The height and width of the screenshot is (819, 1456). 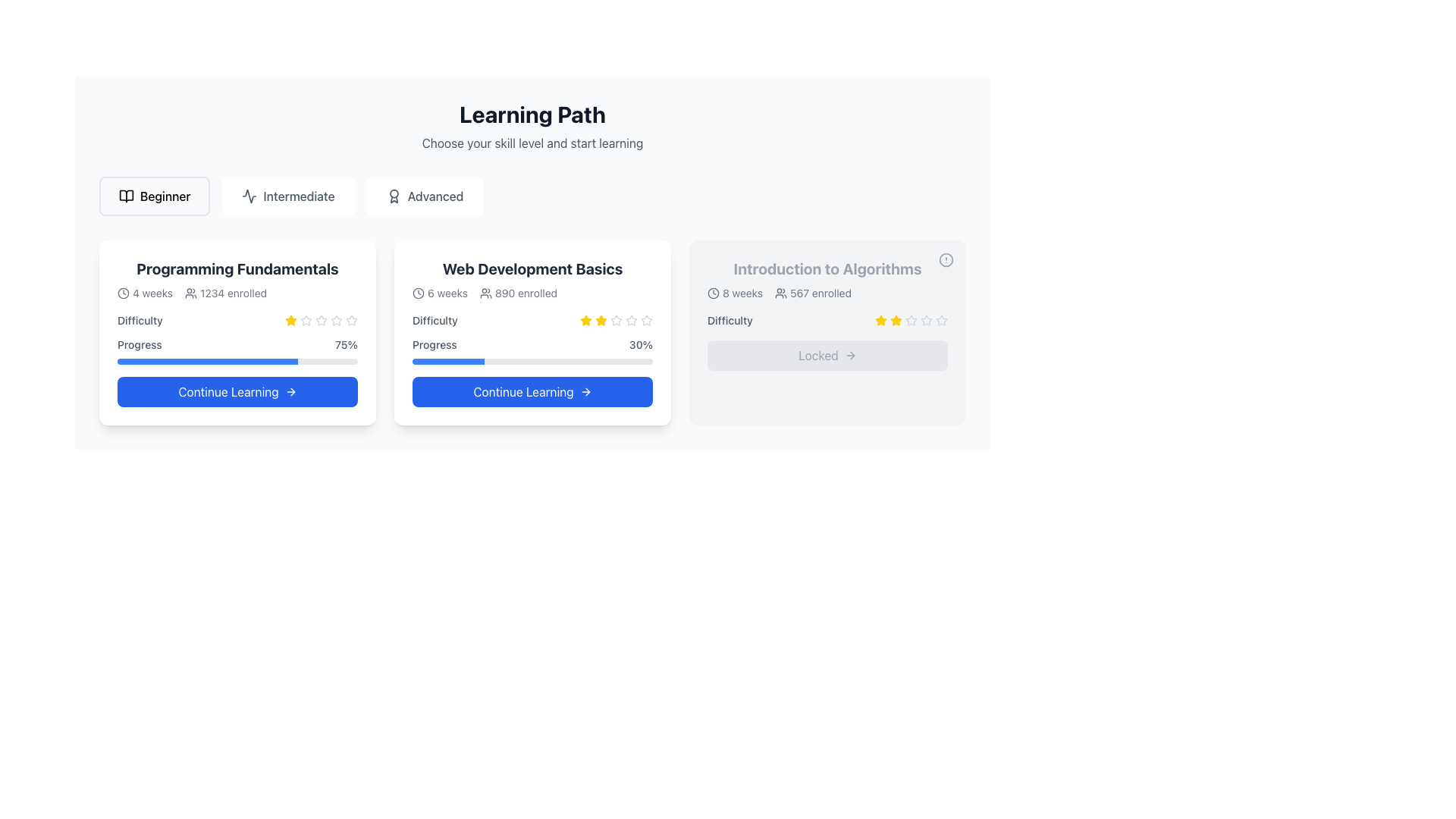 What do you see at coordinates (600, 319) in the screenshot?
I see `the third rating star icon under the 'Difficulty' label in the 'Web Development Basics' card to set or view the rating` at bounding box center [600, 319].